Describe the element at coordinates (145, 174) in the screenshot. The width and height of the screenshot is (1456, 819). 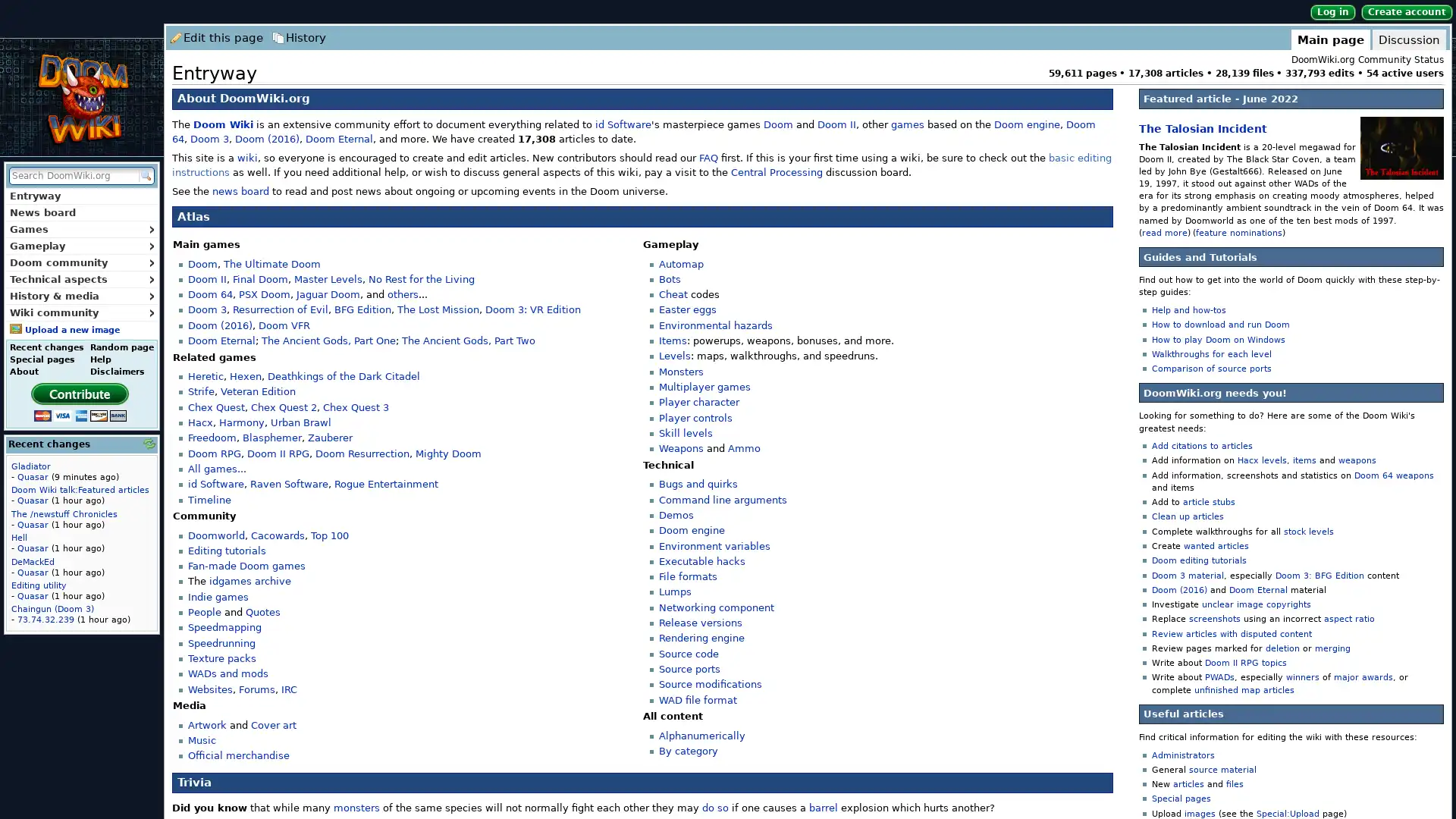
I see `Search` at that location.